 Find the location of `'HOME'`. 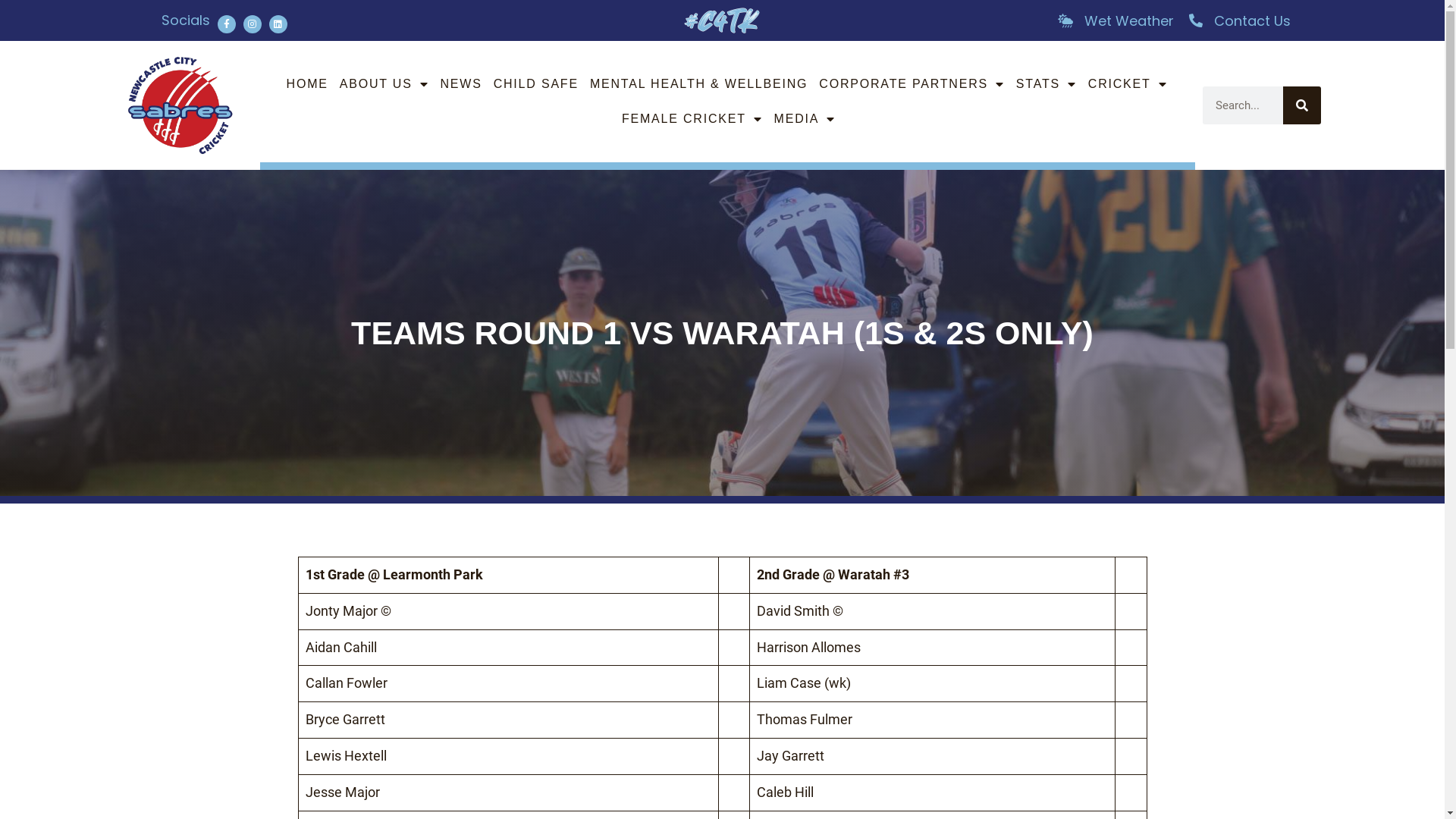

'HOME' is located at coordinates (306, 84).